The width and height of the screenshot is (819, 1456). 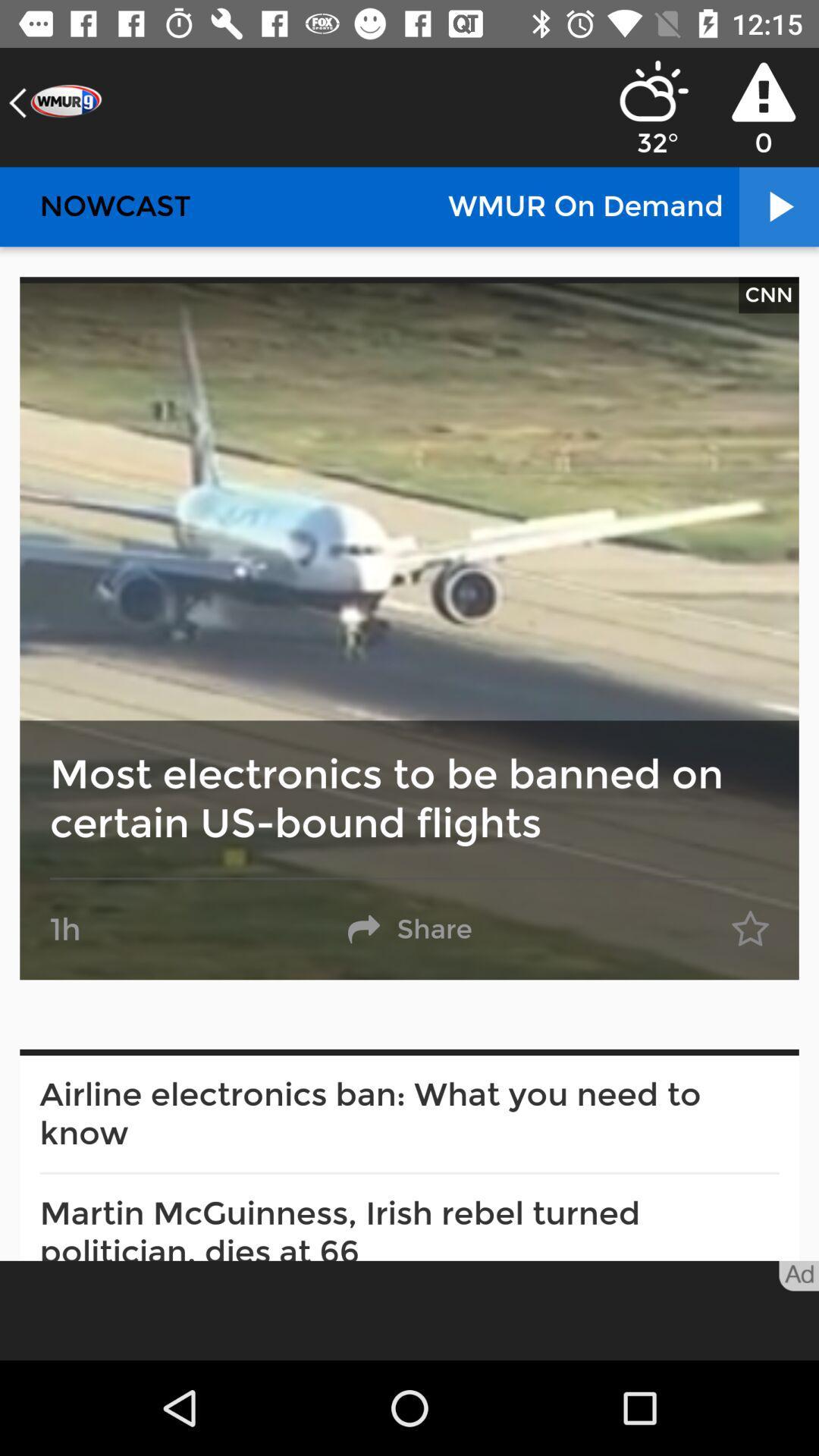 I want to click on the icon which is above 32 degree on a page, so click(x=654, y=90).